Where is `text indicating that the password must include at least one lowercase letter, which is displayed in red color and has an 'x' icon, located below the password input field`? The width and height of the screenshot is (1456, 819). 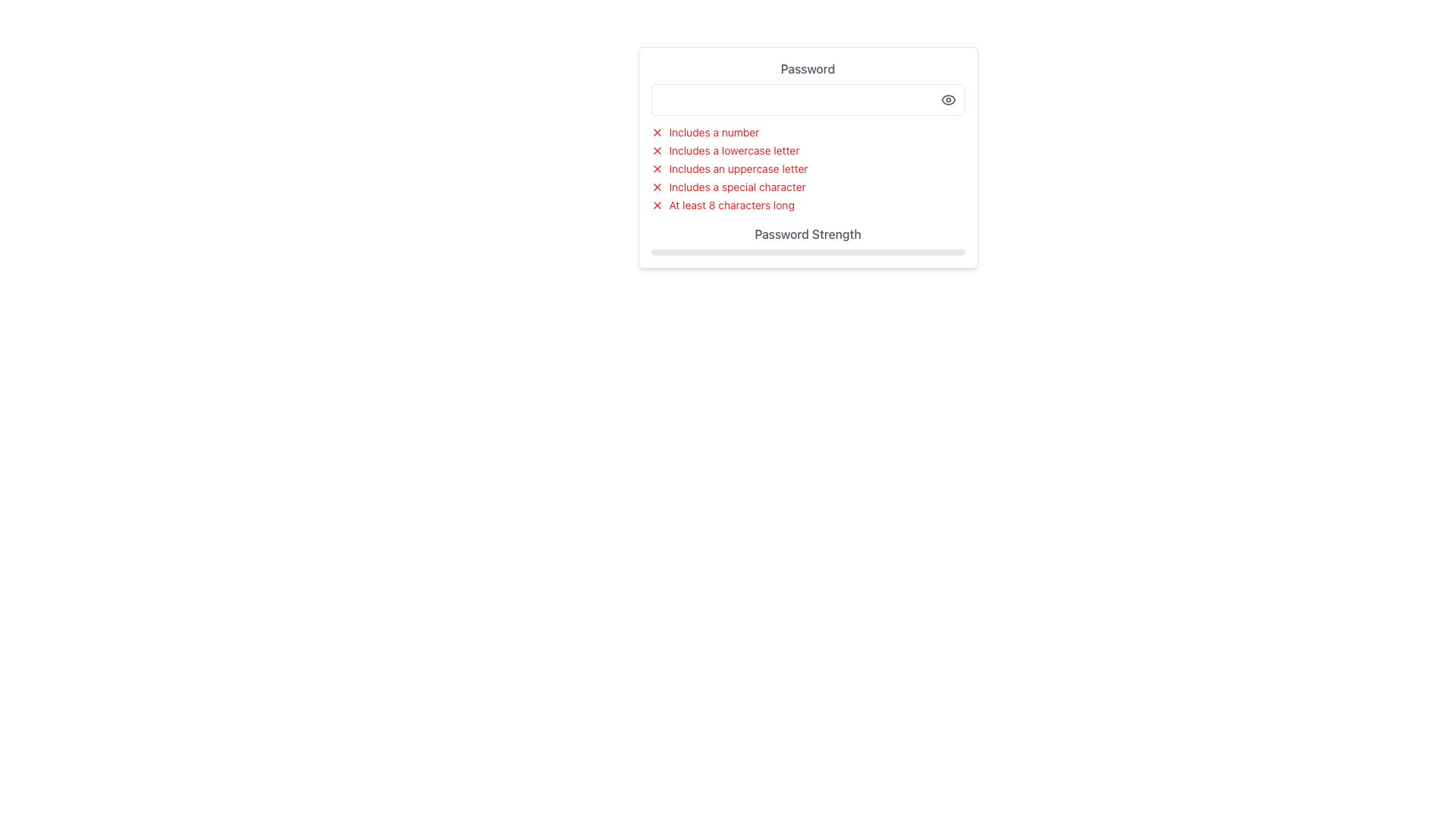 text indicating that the password must include at least one lowercase letter, which is displayed in red color and has an 'x' icon, located below the password input field is located at coordinates (807, 151).